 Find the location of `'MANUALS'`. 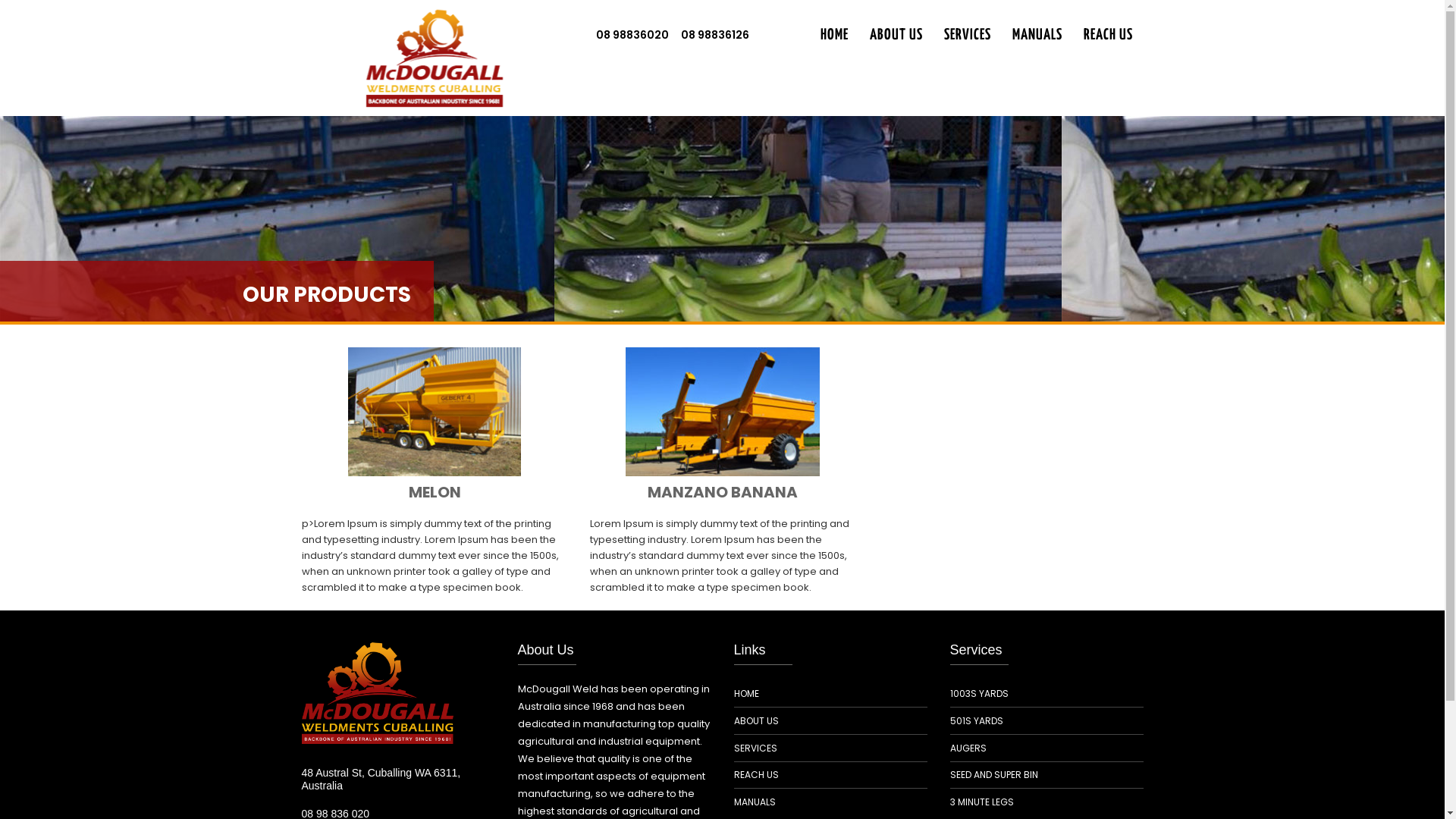

'MANUALS' is located at coordinates (1036, 35).